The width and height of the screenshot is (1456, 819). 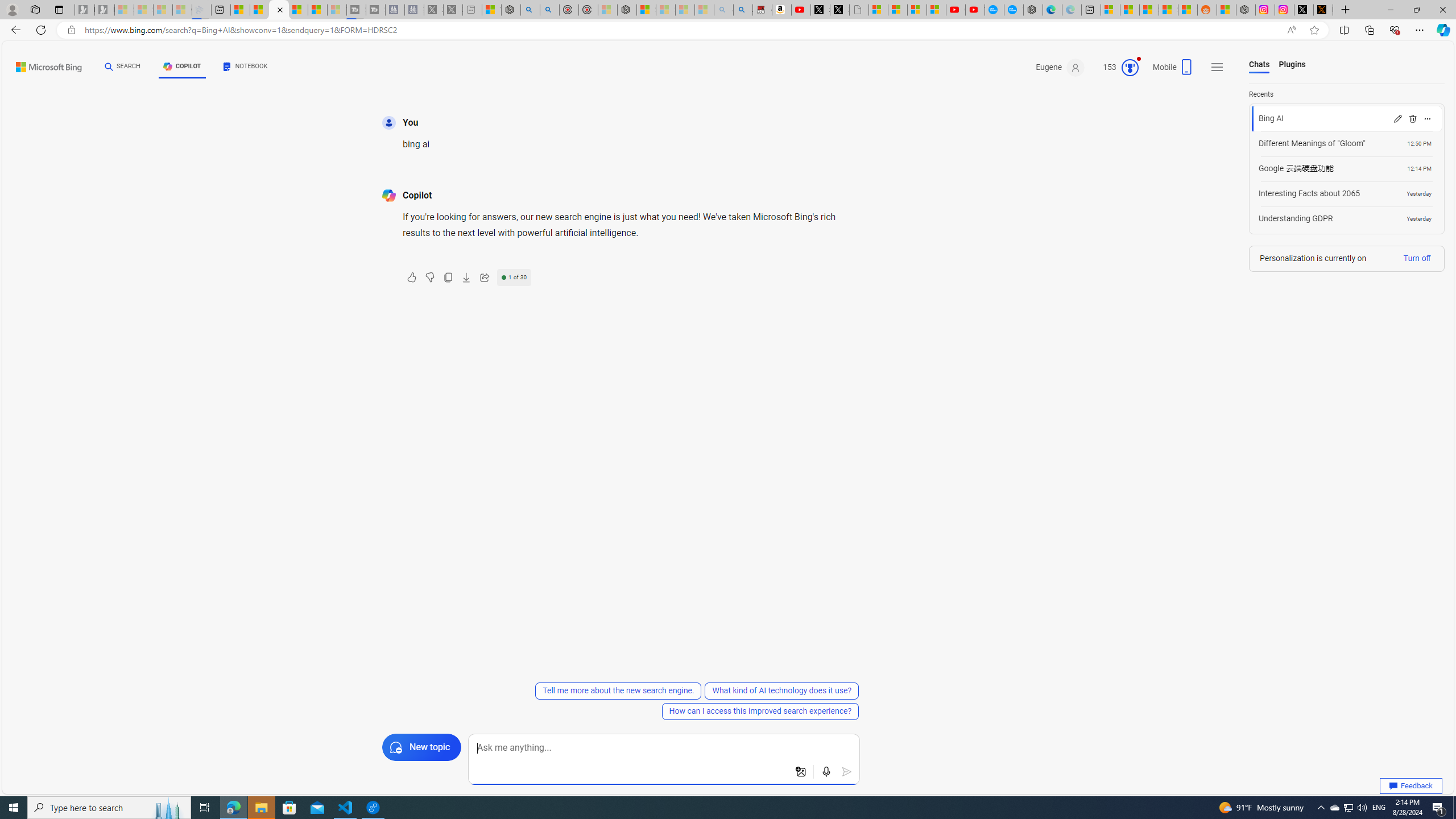 I want to click on 'NOTEBOOK', so click(x=245, y=68).